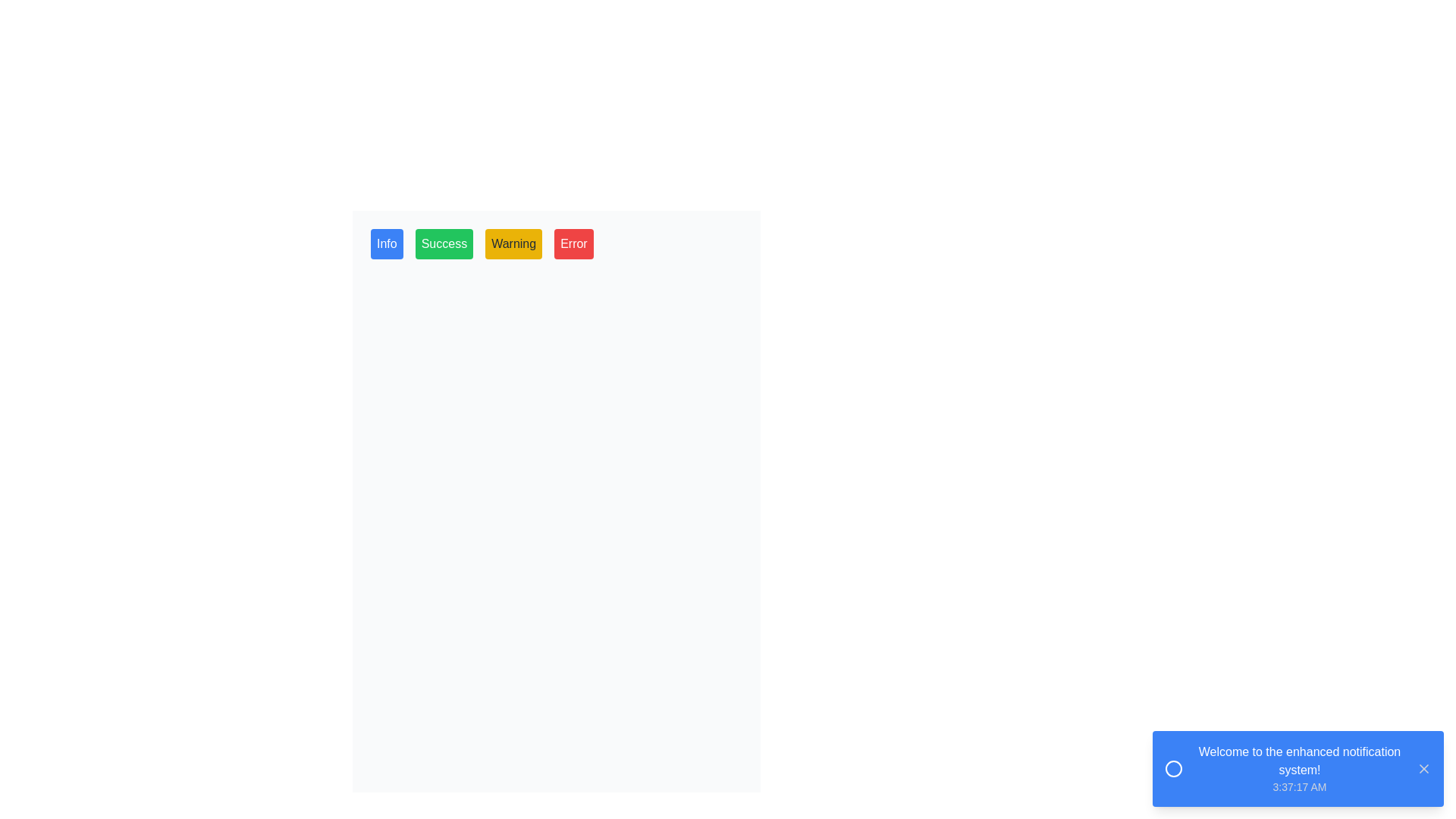  What do you see at coordinates (1423, 769) in the screenshot?
I see `the close icon located at the bottom-right corner of the blue notification card` at bounding box center [1423, 769].